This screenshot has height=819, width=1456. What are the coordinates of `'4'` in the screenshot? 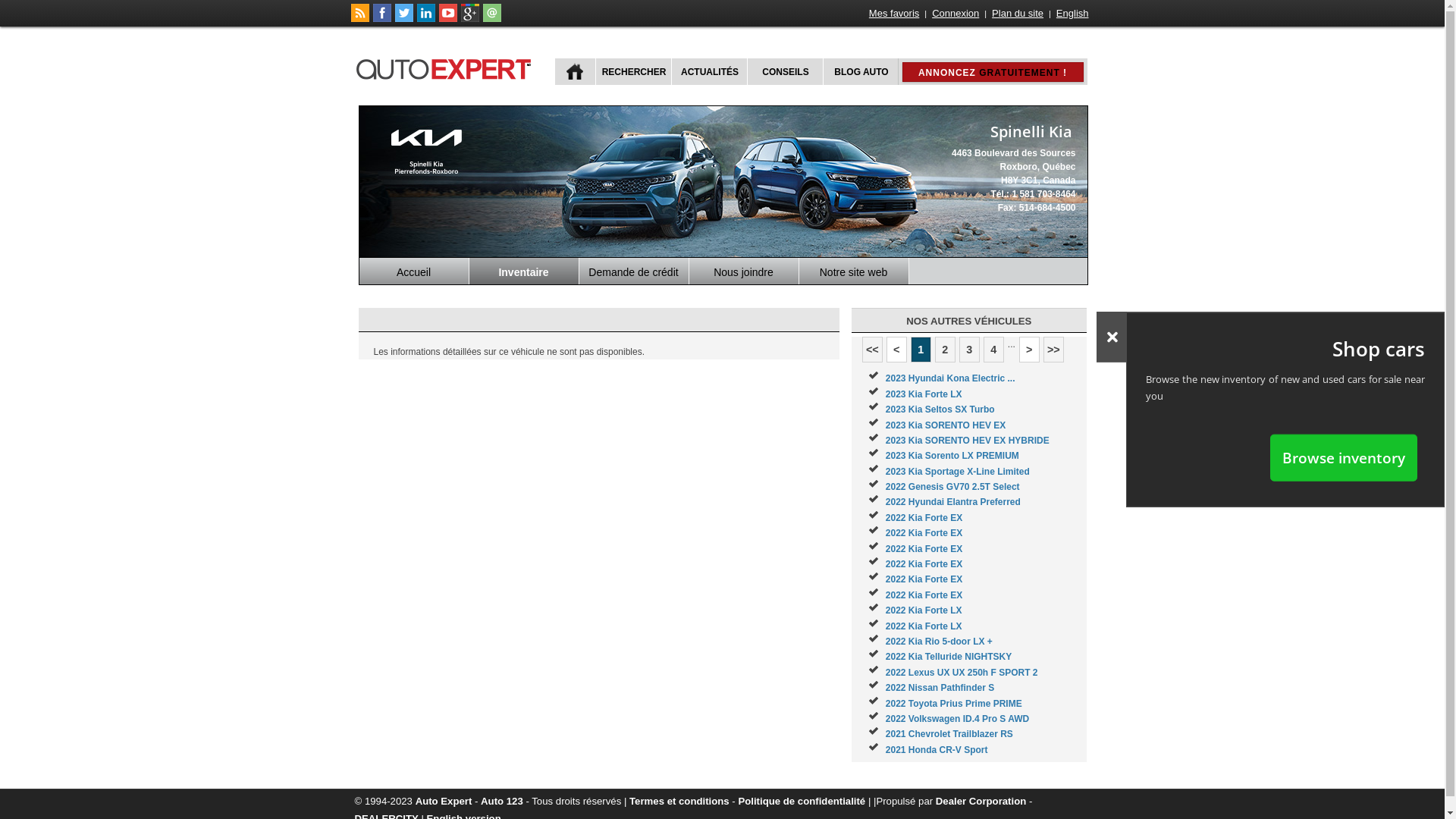 It's located at (993, 350).